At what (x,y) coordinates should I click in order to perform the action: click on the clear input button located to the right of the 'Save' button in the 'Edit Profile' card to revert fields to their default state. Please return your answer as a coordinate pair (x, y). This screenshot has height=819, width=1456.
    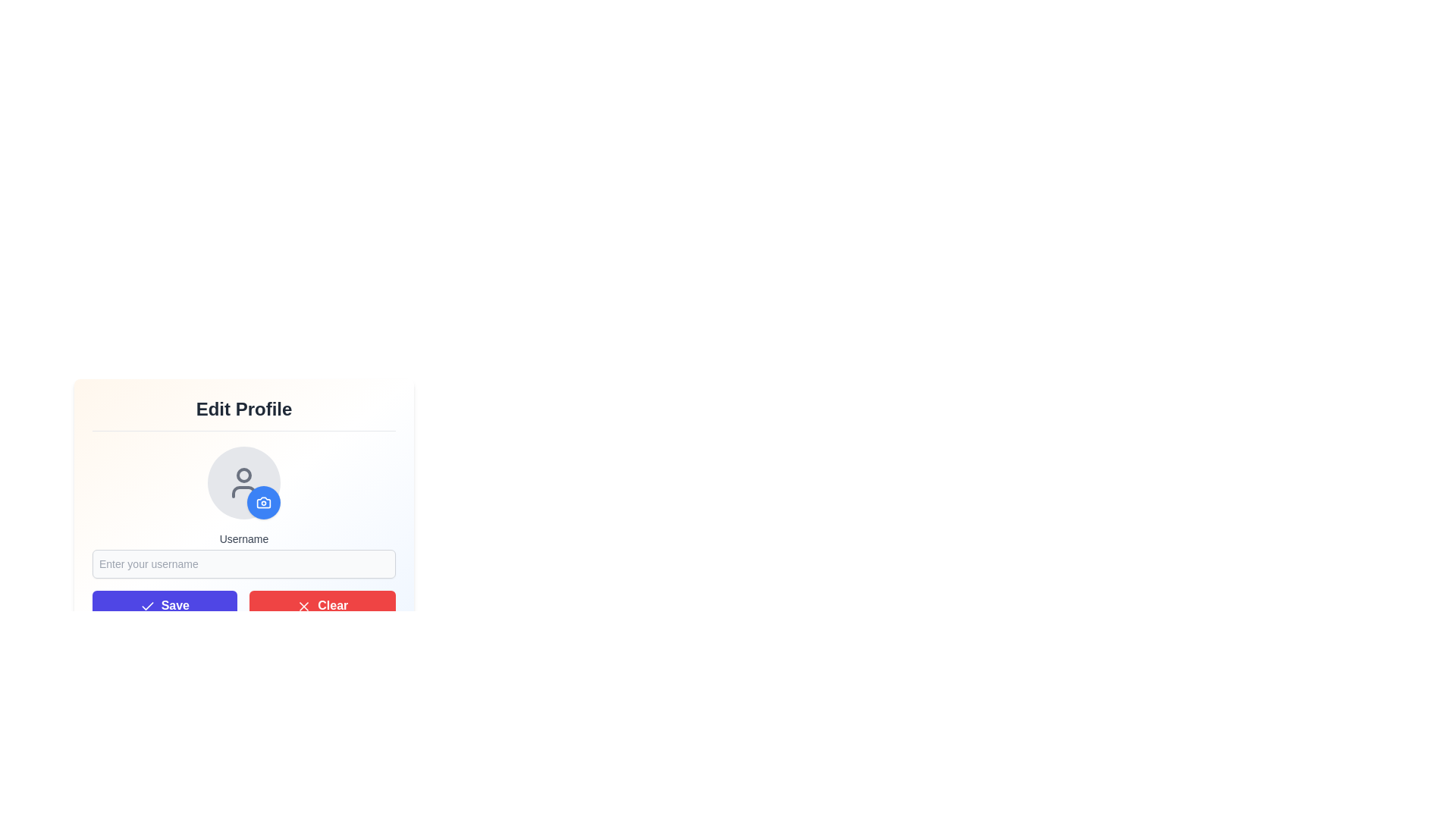
    Looking at the image, I should click on (322, 604).